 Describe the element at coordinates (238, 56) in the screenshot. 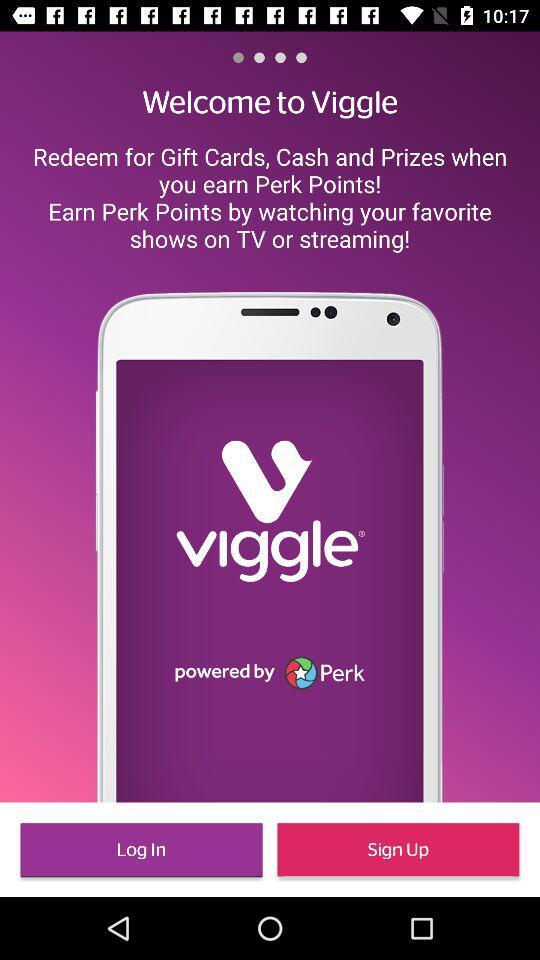

I see `the item above the welcome to viggle item` at that location.